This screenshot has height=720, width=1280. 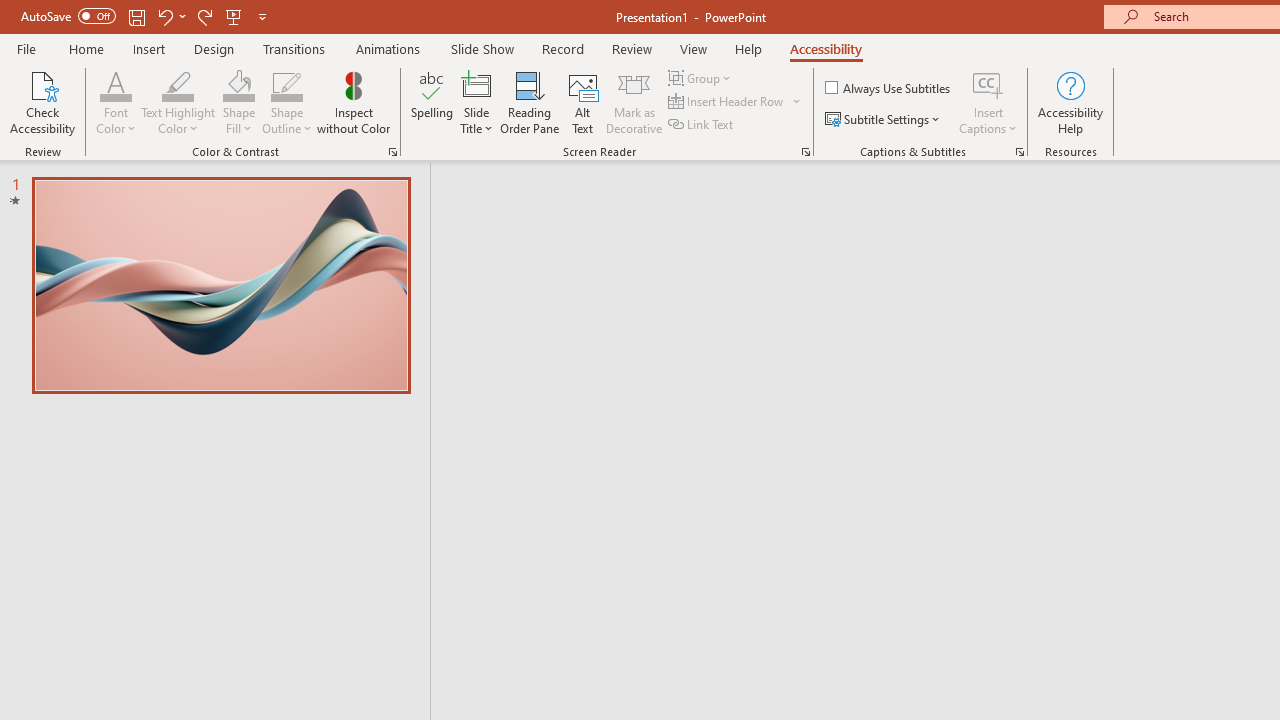 I want to click on 'Subtitle Settings', so click(x=883, y=119).